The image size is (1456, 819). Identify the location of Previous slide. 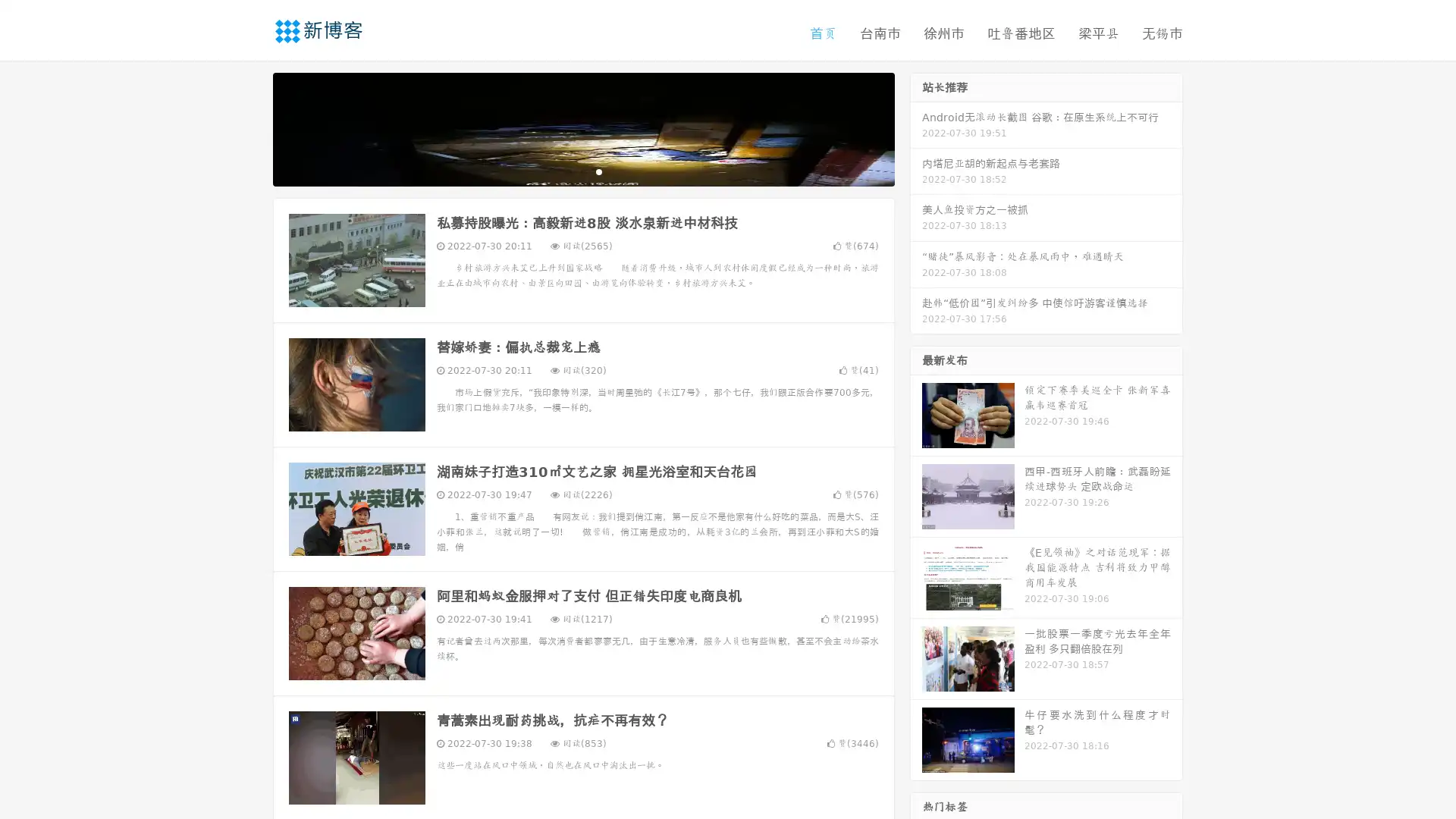
(250, 127).